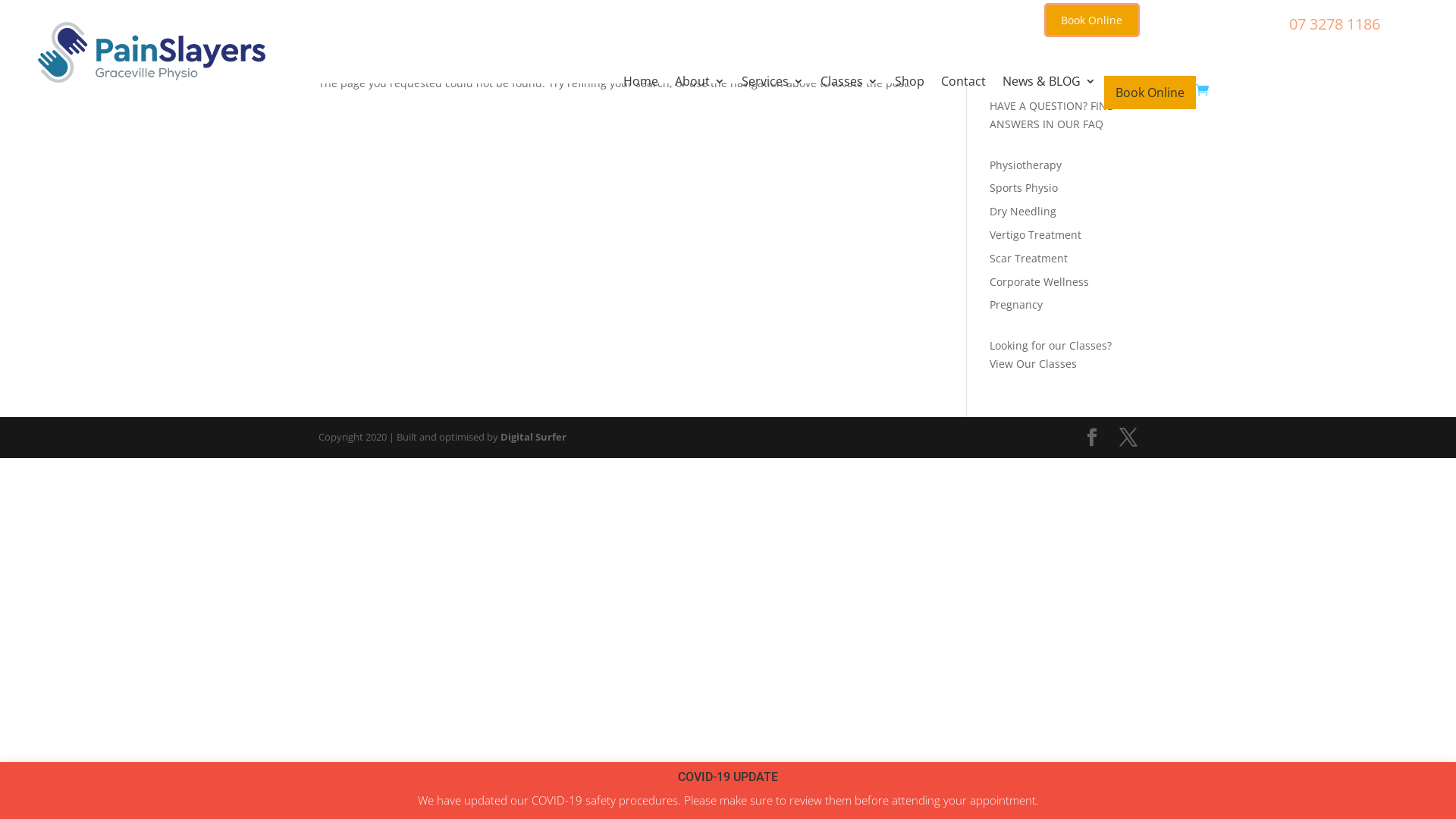 Image resolution: width=1456 pixels, height=819 pixels. I want to click on 'Home', so click(640, 93).